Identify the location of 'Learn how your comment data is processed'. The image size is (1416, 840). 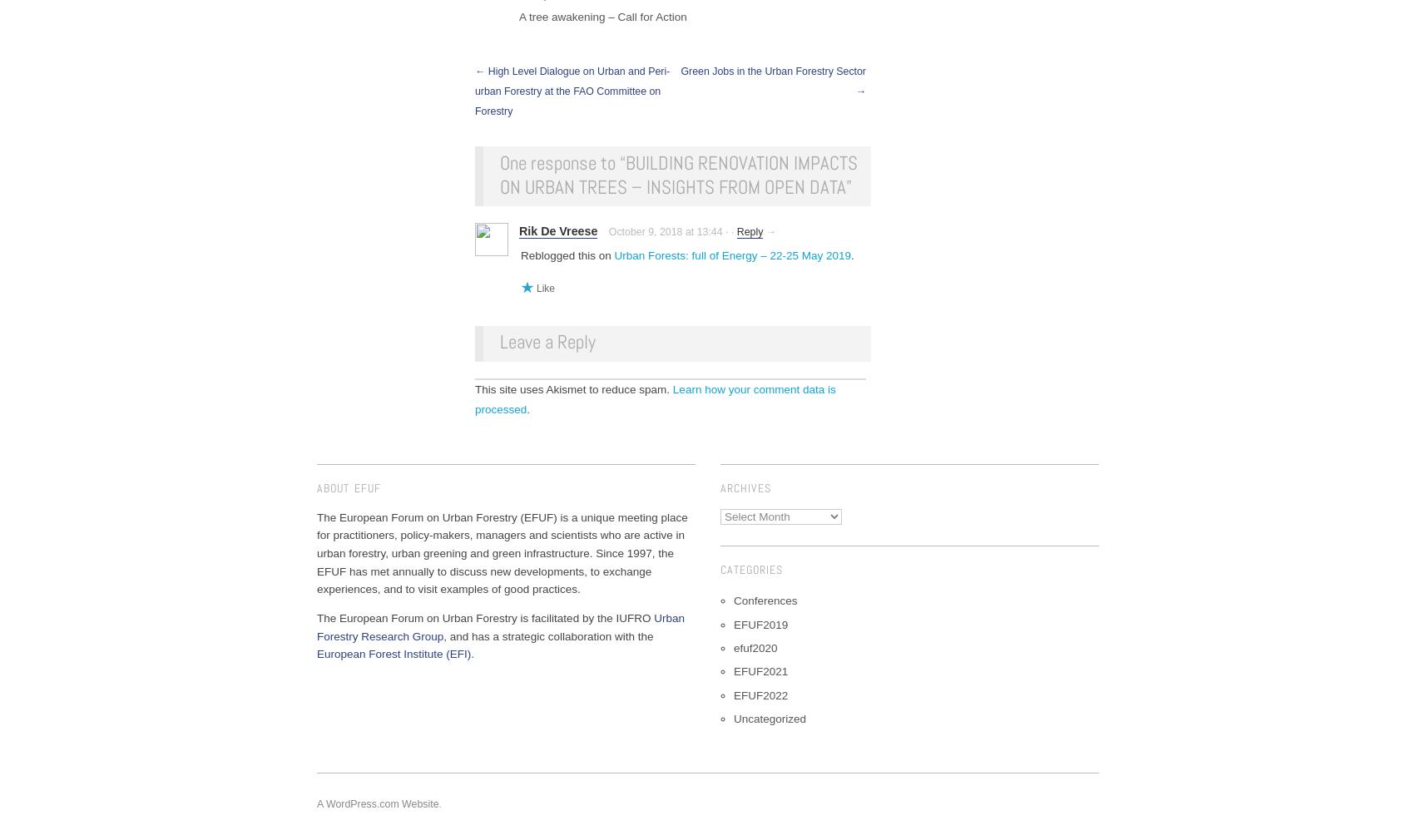
(654, 399).